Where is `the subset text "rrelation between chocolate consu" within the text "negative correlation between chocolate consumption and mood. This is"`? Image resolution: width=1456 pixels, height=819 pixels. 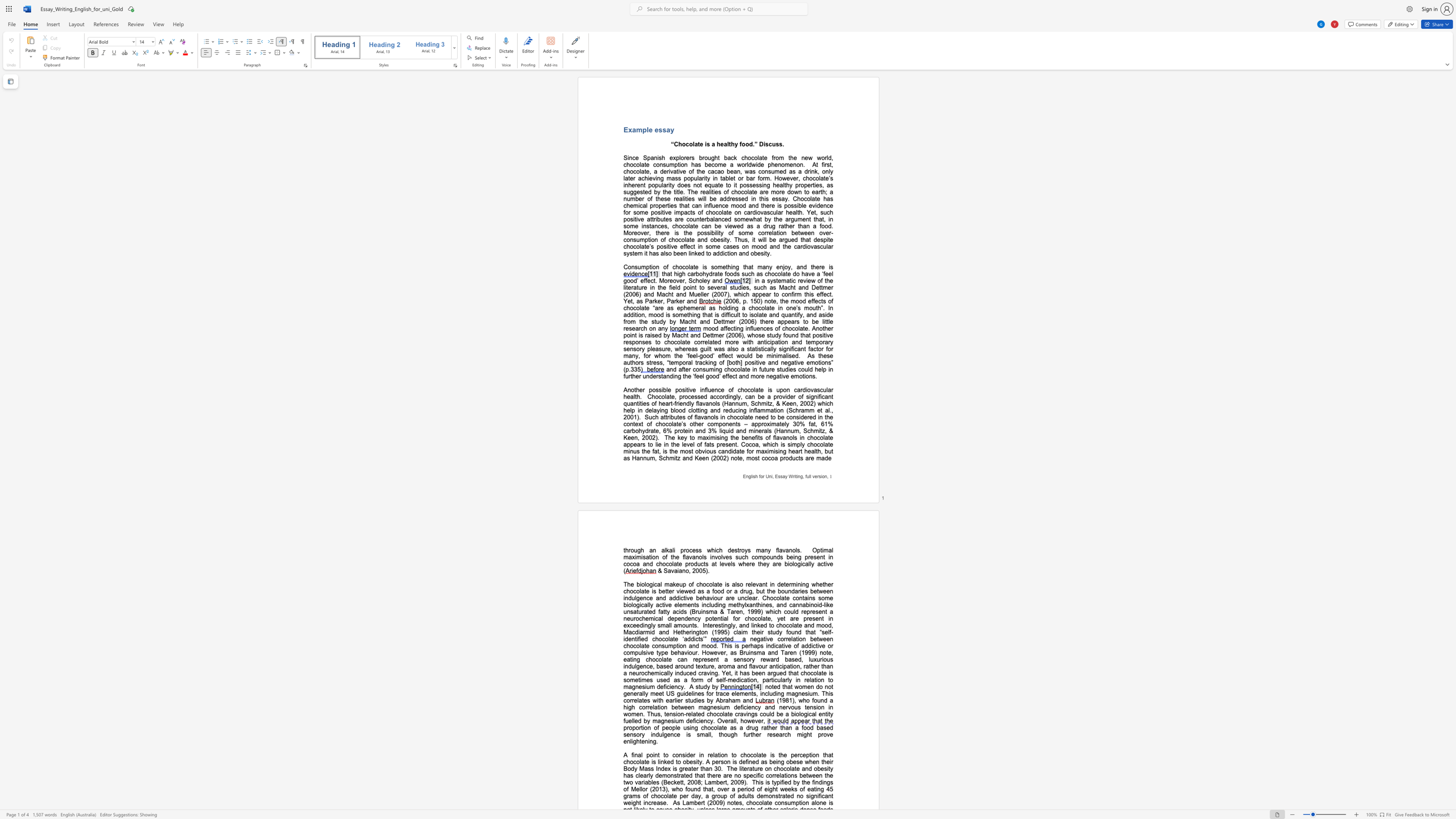
the subset text "rrelation between chocolate consu" within the text "negative correlation between chocolate consumption and mood. This is" is located at coordinates (783, 639).